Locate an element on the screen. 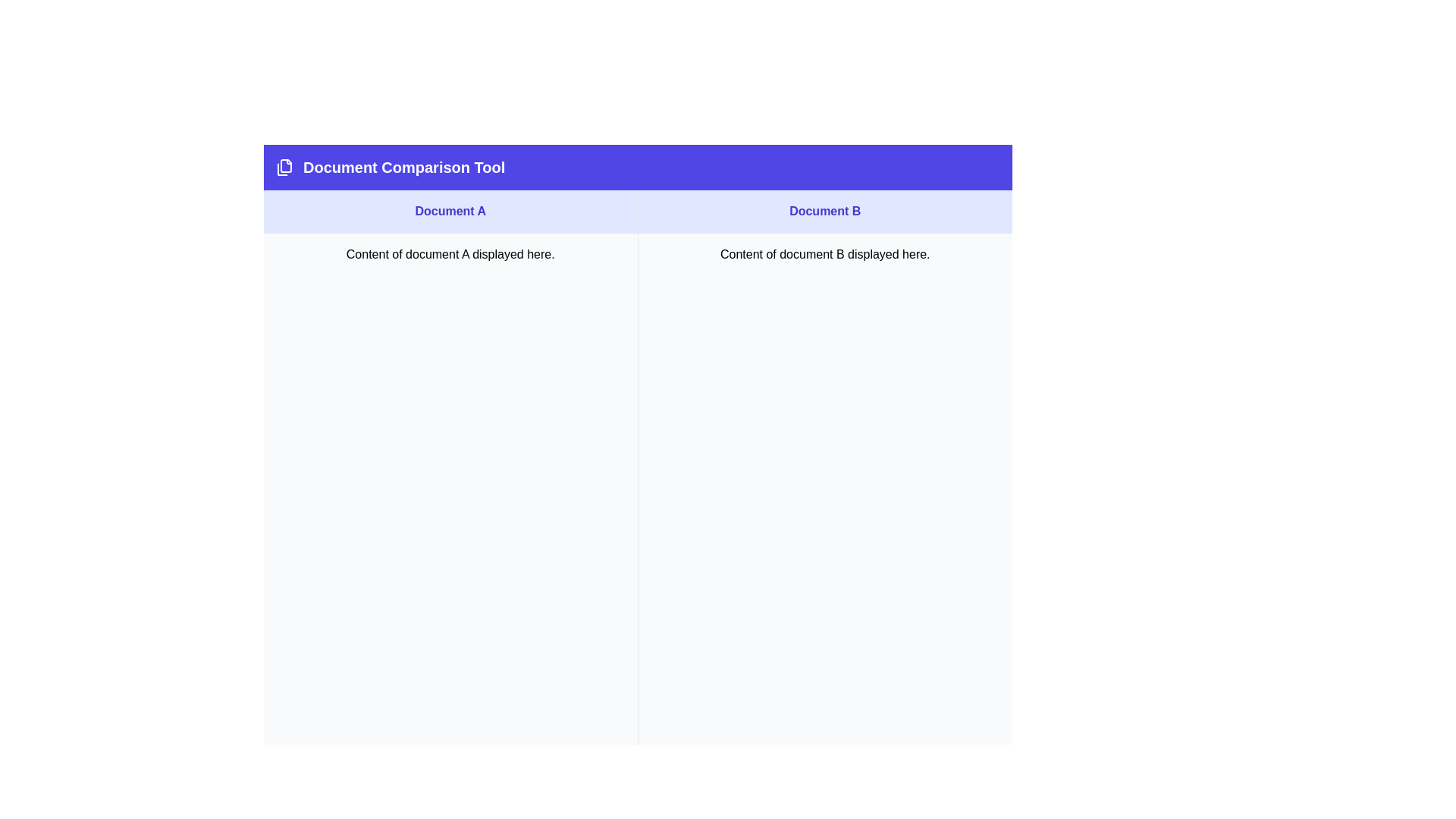  the document icon, which is a minimalist white line icon on a purple background, located to the left of the 'Document Comparison Tool' header text is located at coordinates (284, 167).